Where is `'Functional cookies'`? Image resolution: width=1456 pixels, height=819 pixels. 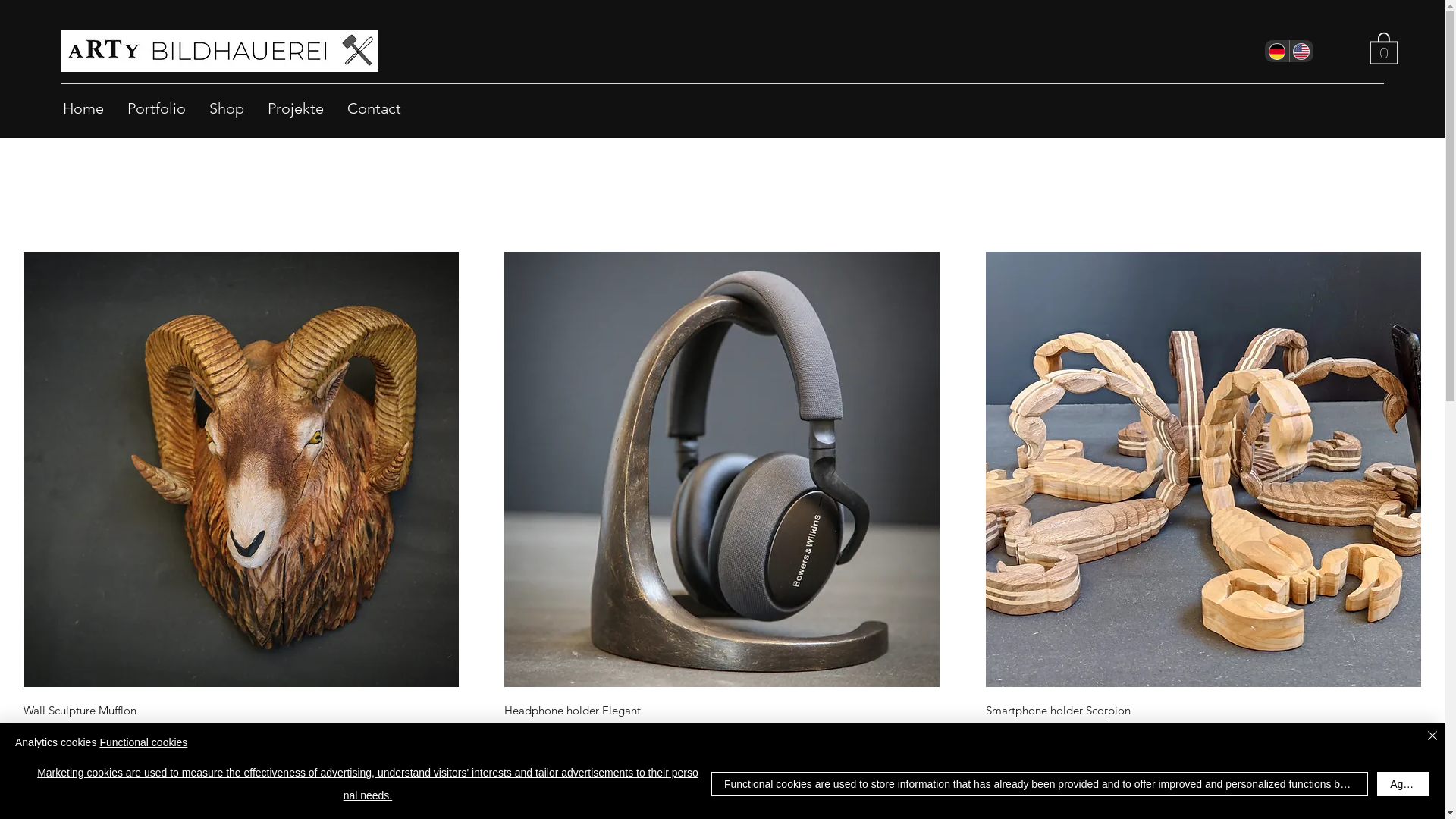
'Functional cookies' is located at coordinates (98, 742).